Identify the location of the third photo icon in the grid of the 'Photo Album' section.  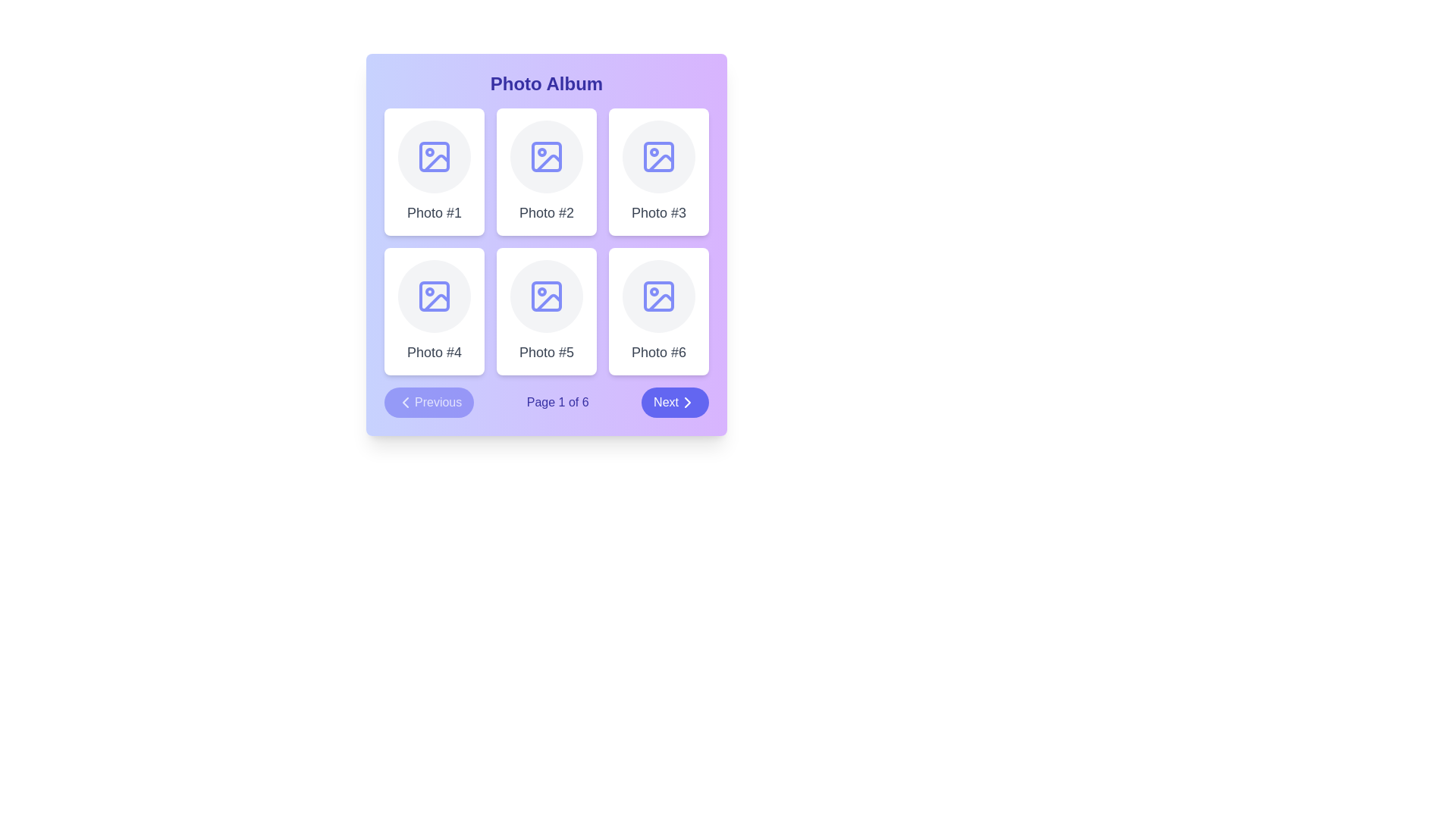
(661, 163).